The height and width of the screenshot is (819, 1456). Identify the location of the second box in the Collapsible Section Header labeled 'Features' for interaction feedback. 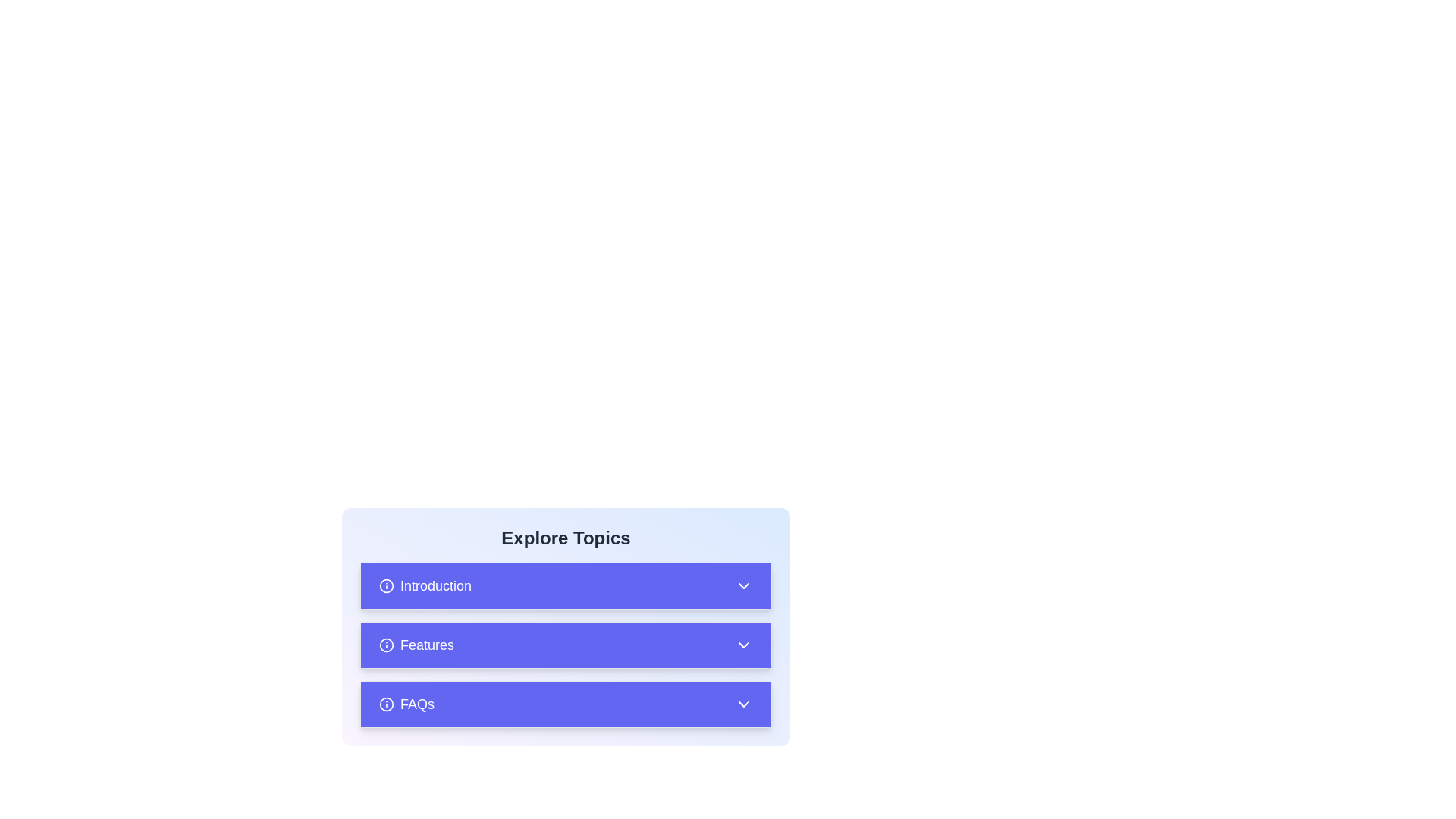
(565, 626).